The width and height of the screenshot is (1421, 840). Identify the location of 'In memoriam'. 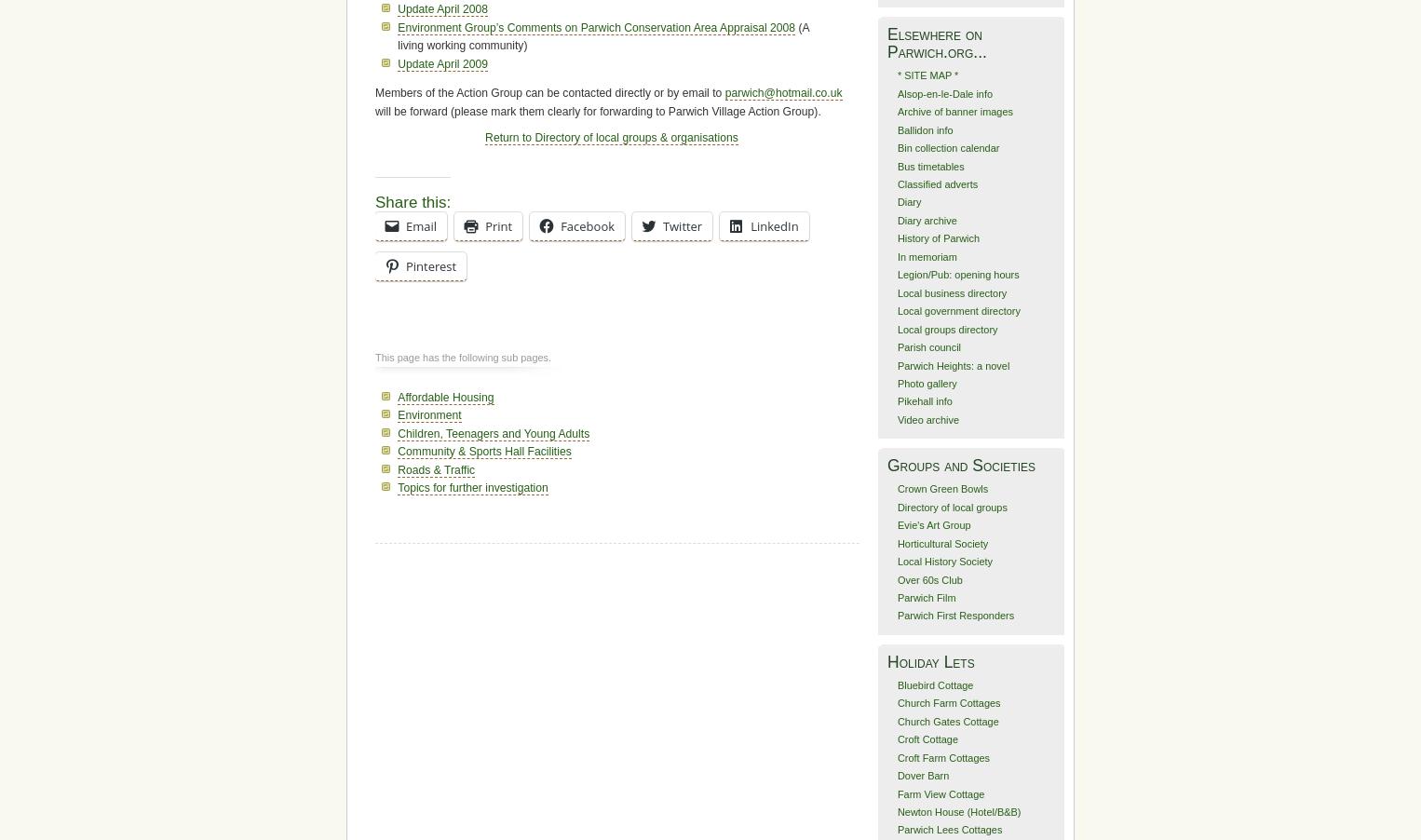
(925, 256).